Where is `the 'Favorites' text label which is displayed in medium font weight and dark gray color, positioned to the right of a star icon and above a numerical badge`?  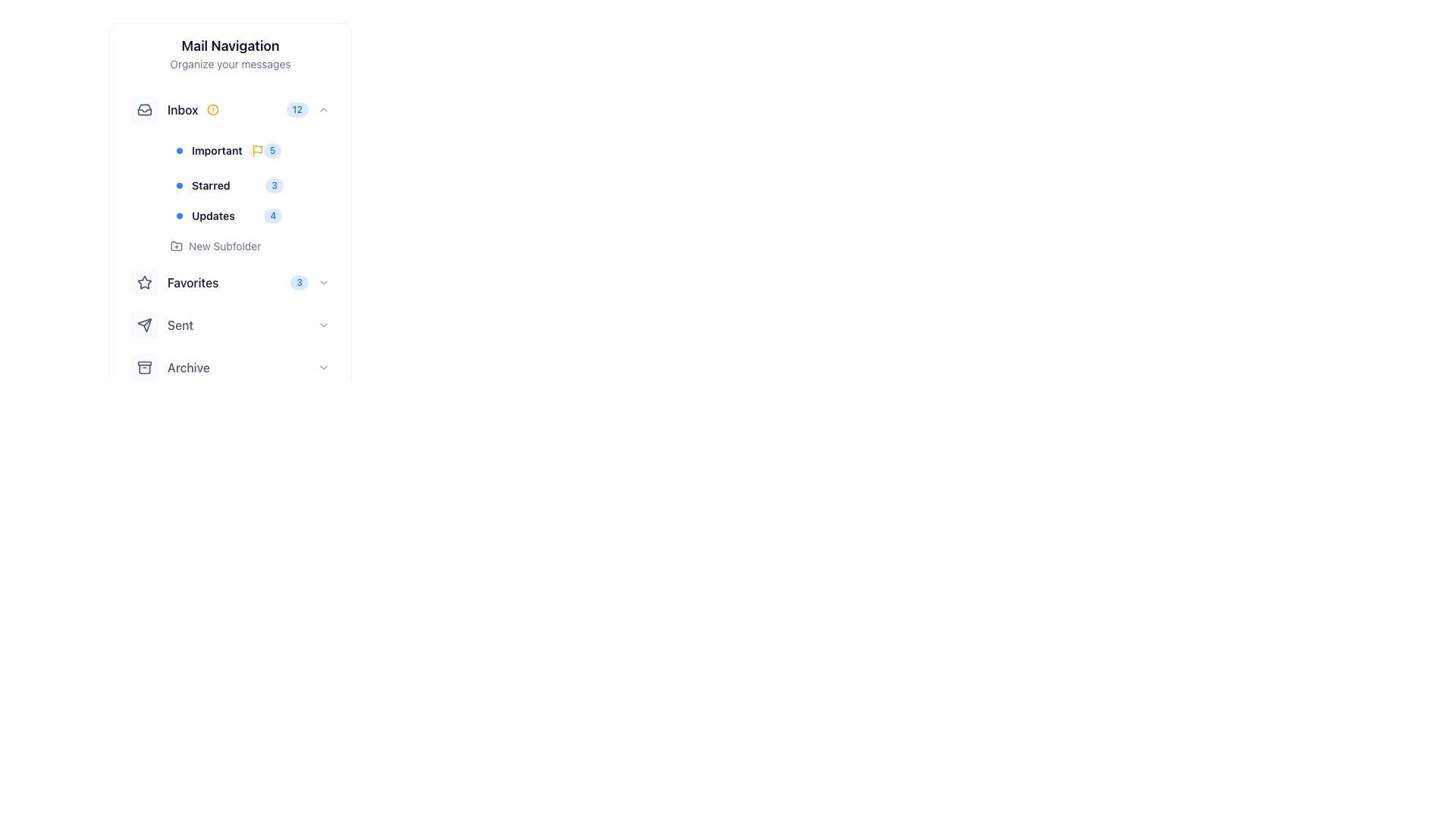
the 'Favorites' text label which is displayed in medium font weight and dark gray color, positioned to the right of a star icon and above a numerical badge is located at coordinates (192, 283).